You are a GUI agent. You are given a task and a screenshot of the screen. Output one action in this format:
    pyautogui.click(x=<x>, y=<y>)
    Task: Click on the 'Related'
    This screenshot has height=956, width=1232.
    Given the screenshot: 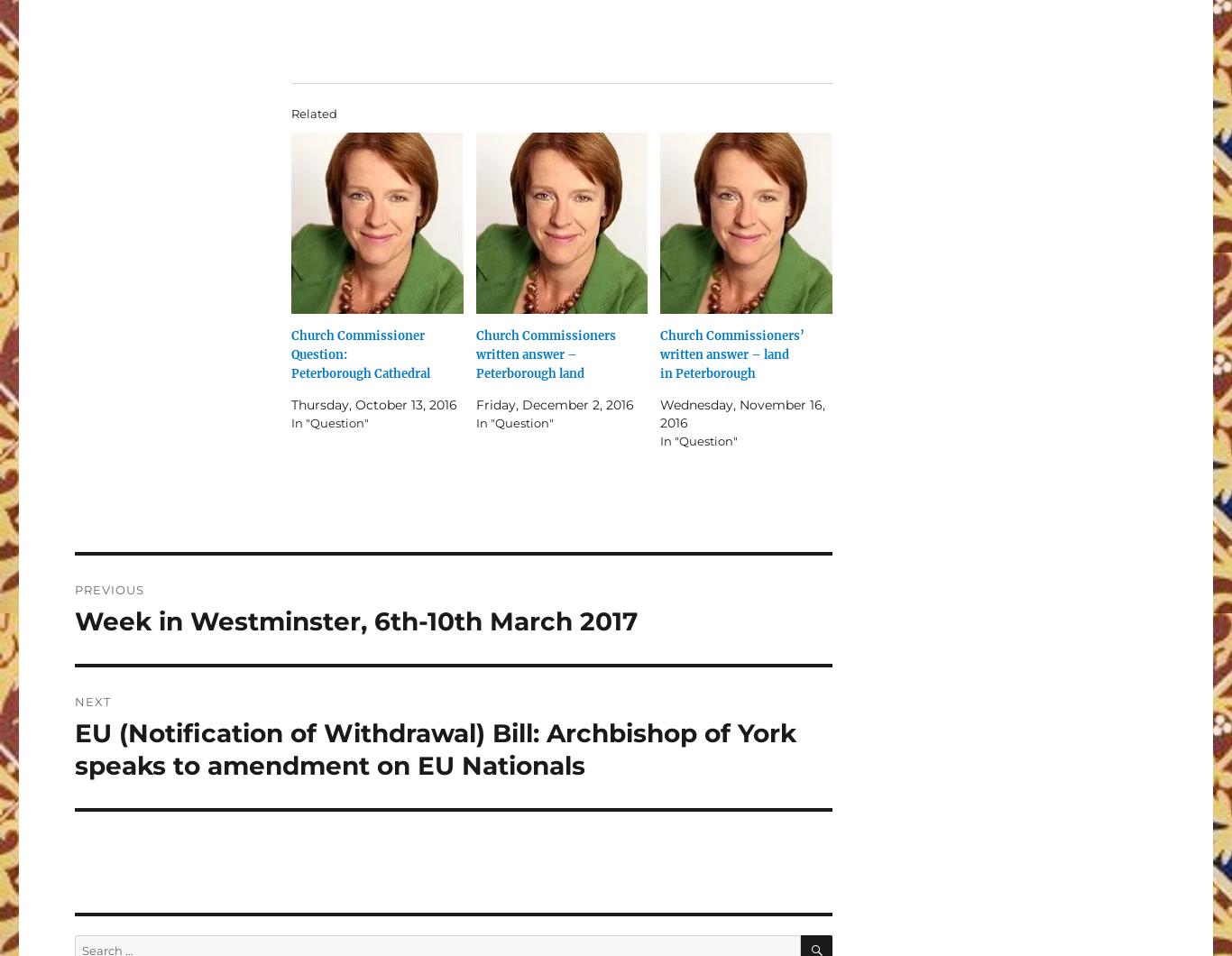 What is the action you would take?
    pyautogui.click(x=313, y=114)
    